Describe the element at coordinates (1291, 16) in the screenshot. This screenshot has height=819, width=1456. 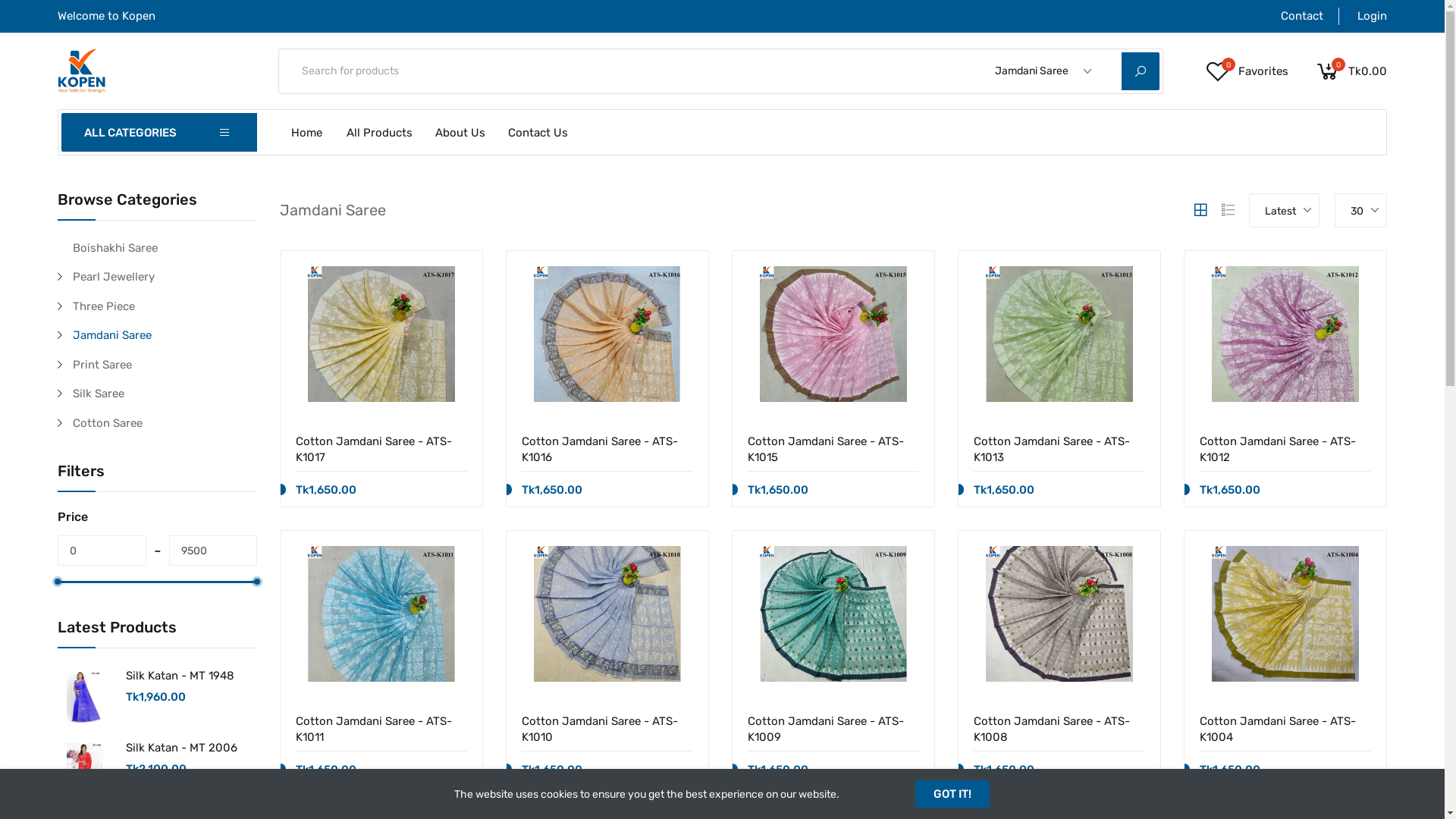
I see `'Contact'` at that location.